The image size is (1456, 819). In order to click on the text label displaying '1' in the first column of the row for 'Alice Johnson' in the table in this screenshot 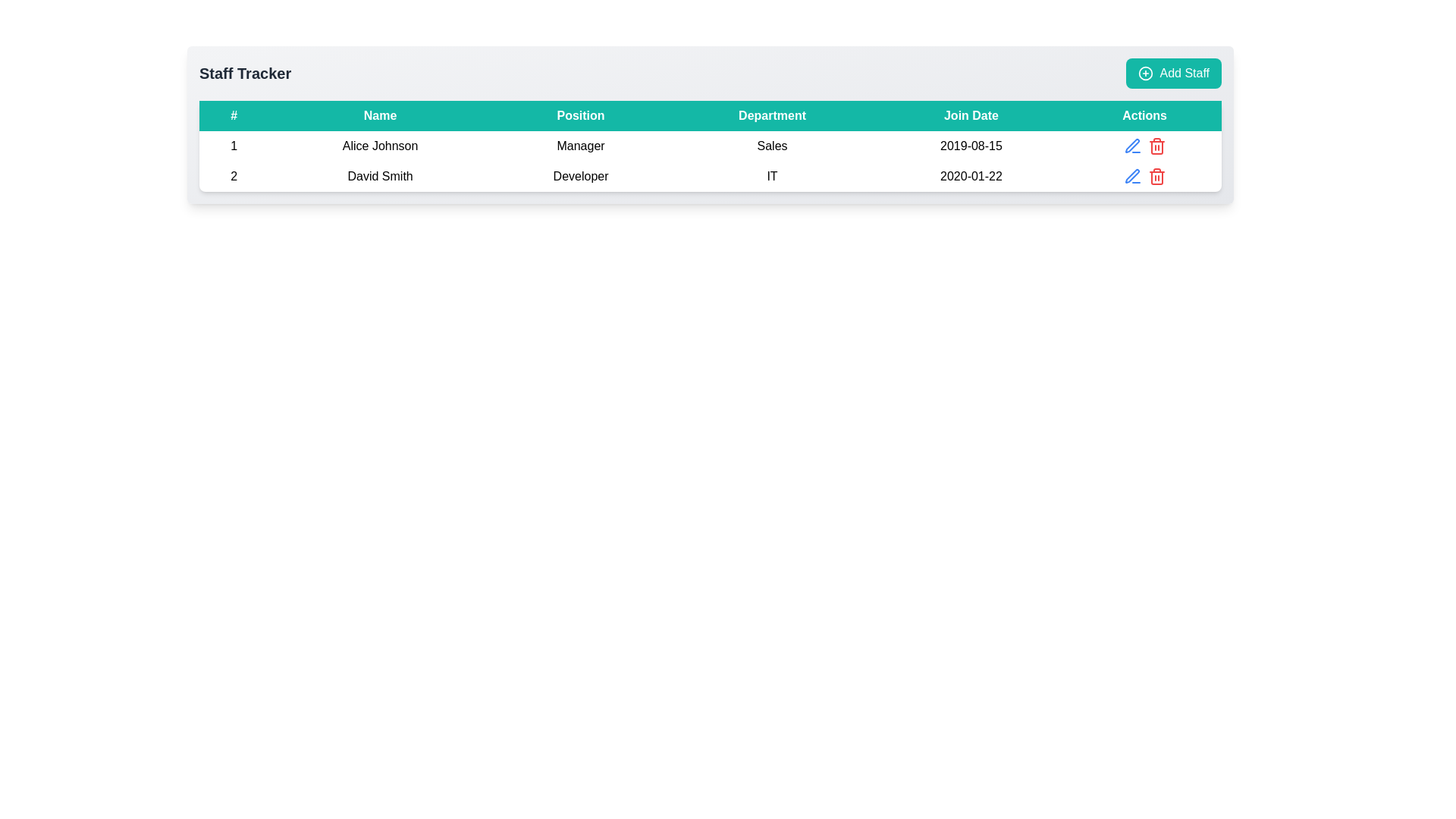, I will do `click(233, 146)`.